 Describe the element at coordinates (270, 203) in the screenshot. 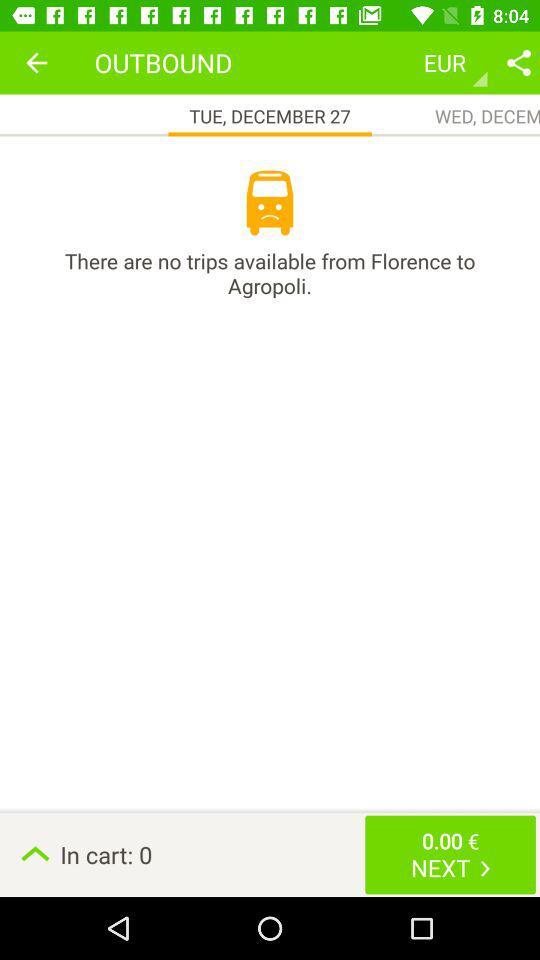

I see `item below tue, december 27 app` at that location.